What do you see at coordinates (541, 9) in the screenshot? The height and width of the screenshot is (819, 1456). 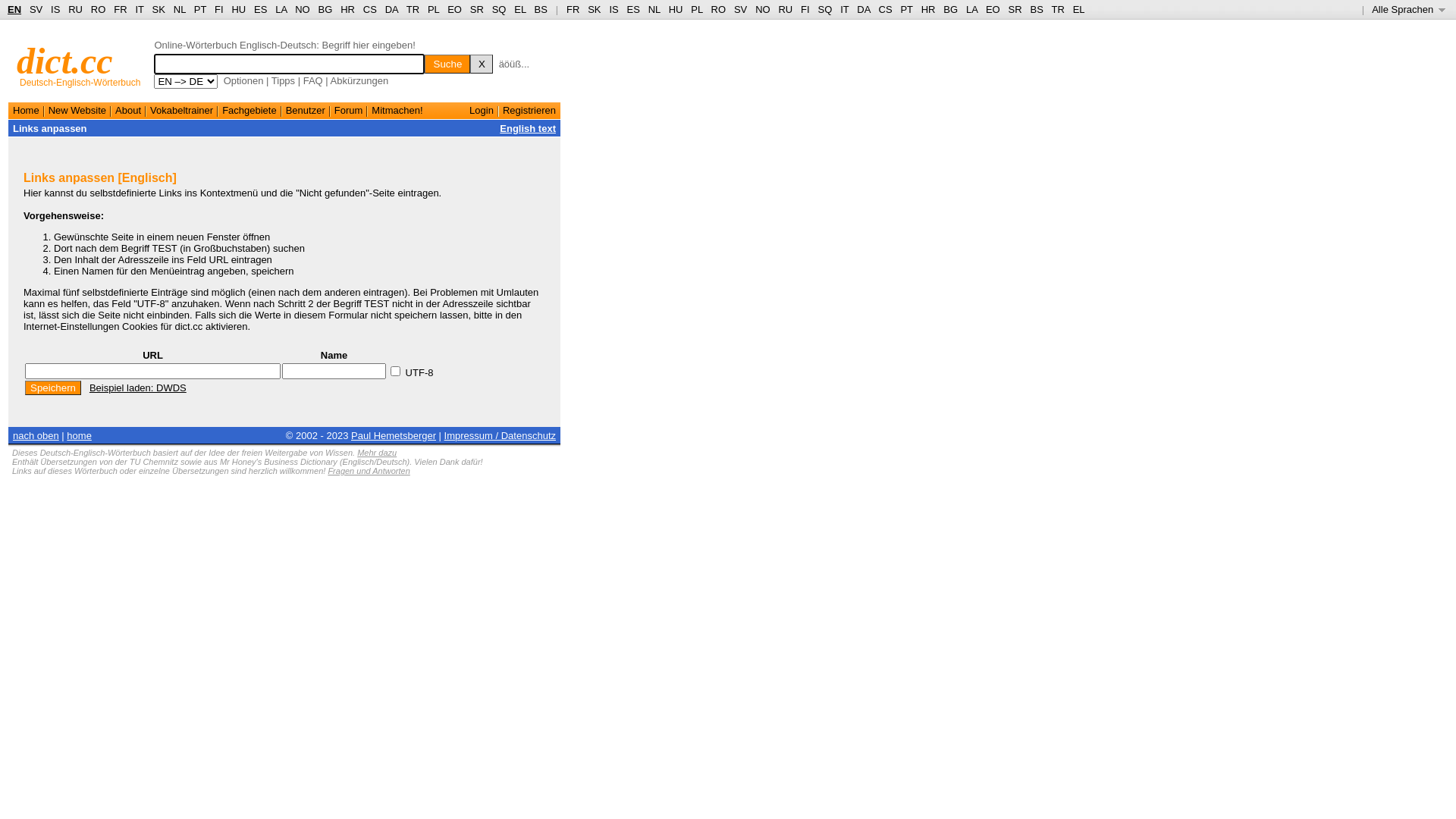 I see `'BS'` at bounding box center [541, 9].